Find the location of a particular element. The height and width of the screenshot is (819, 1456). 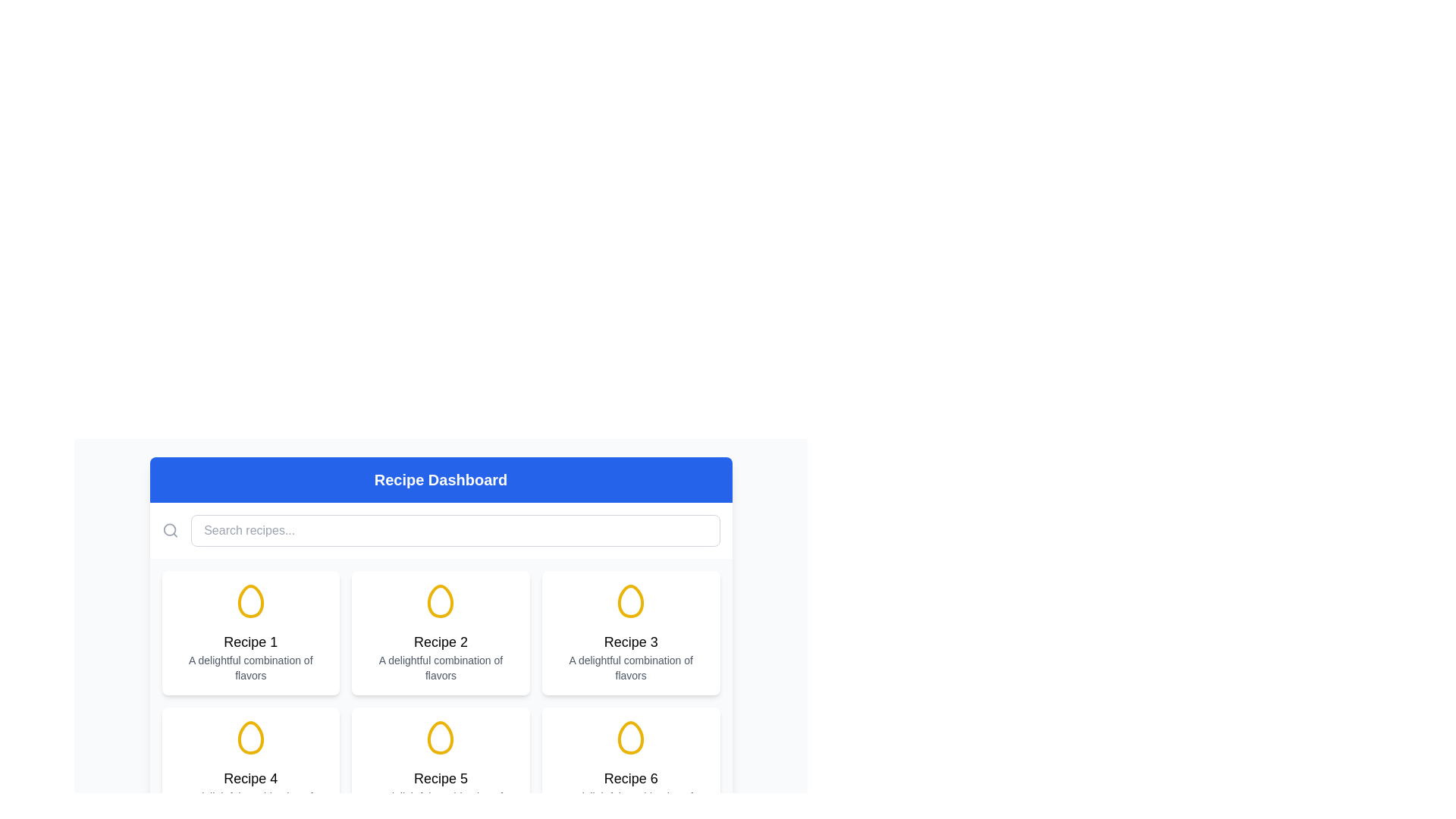

the second recipe card in the grid layout that displays details about a specific recipe is located at coordinates (440, 632).